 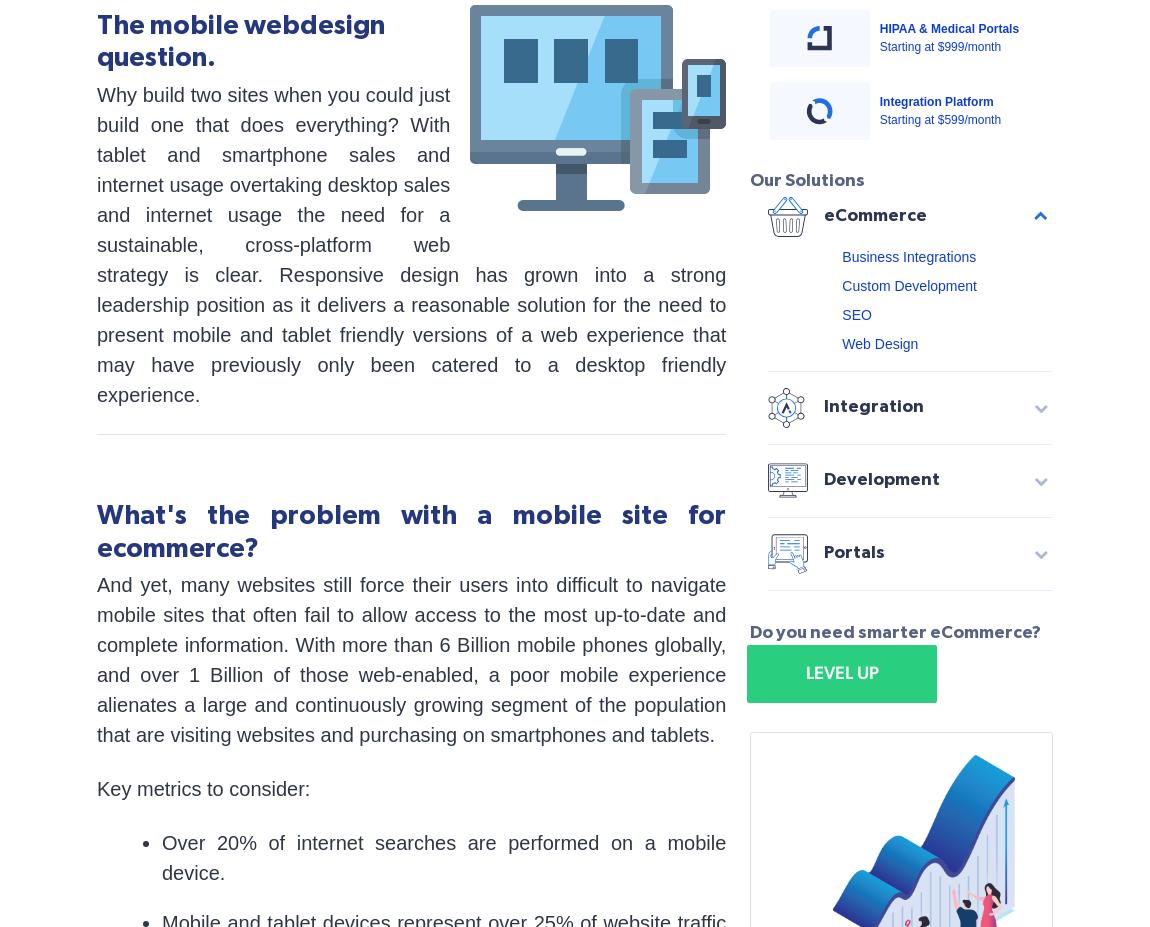 I want to click on 'What's the problem with a mobile site for ecommerce?', so click(x=411, y=531).